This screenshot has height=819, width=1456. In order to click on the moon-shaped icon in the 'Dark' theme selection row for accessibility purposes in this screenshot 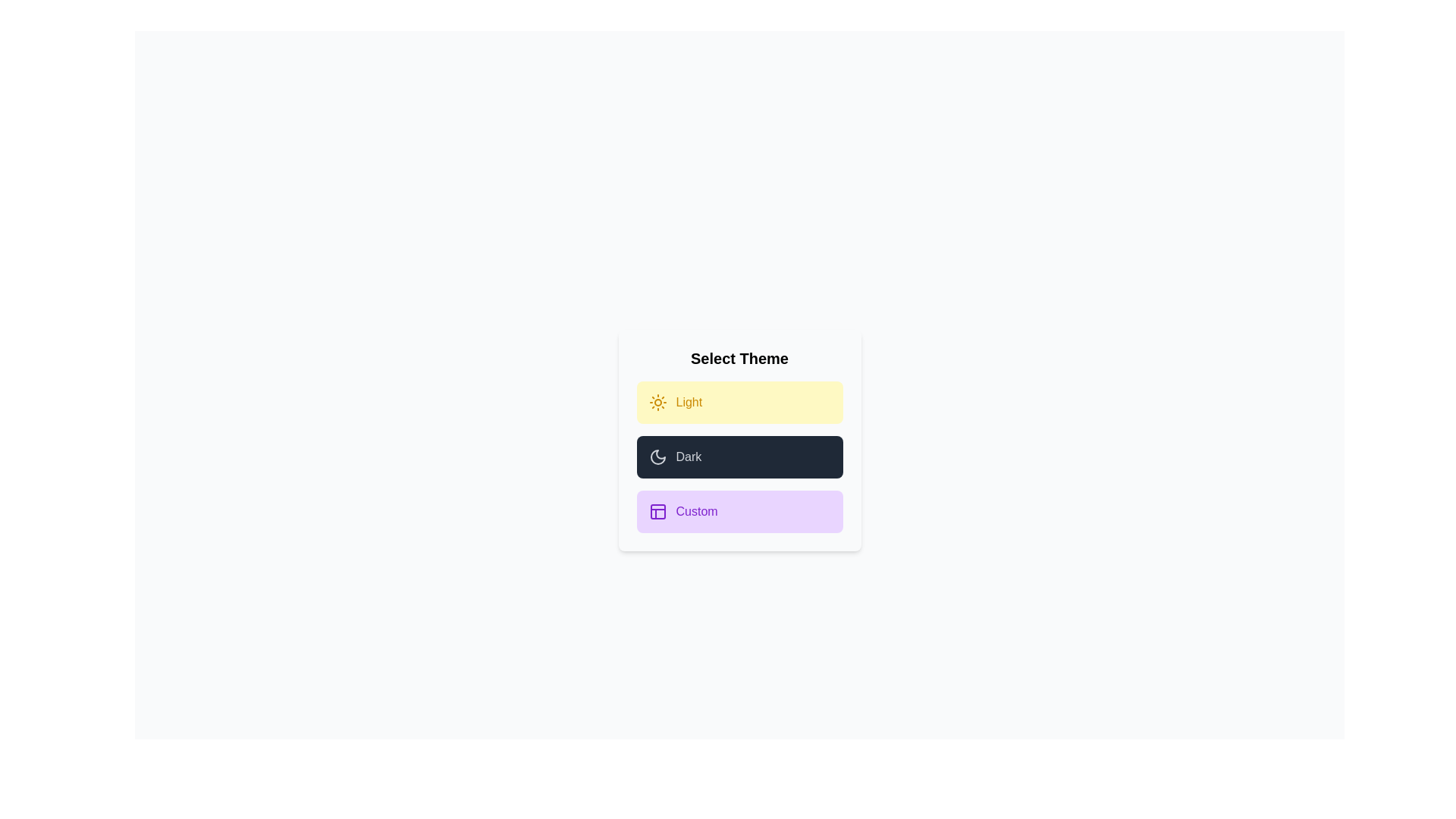, I will do `click(657, 456)`.